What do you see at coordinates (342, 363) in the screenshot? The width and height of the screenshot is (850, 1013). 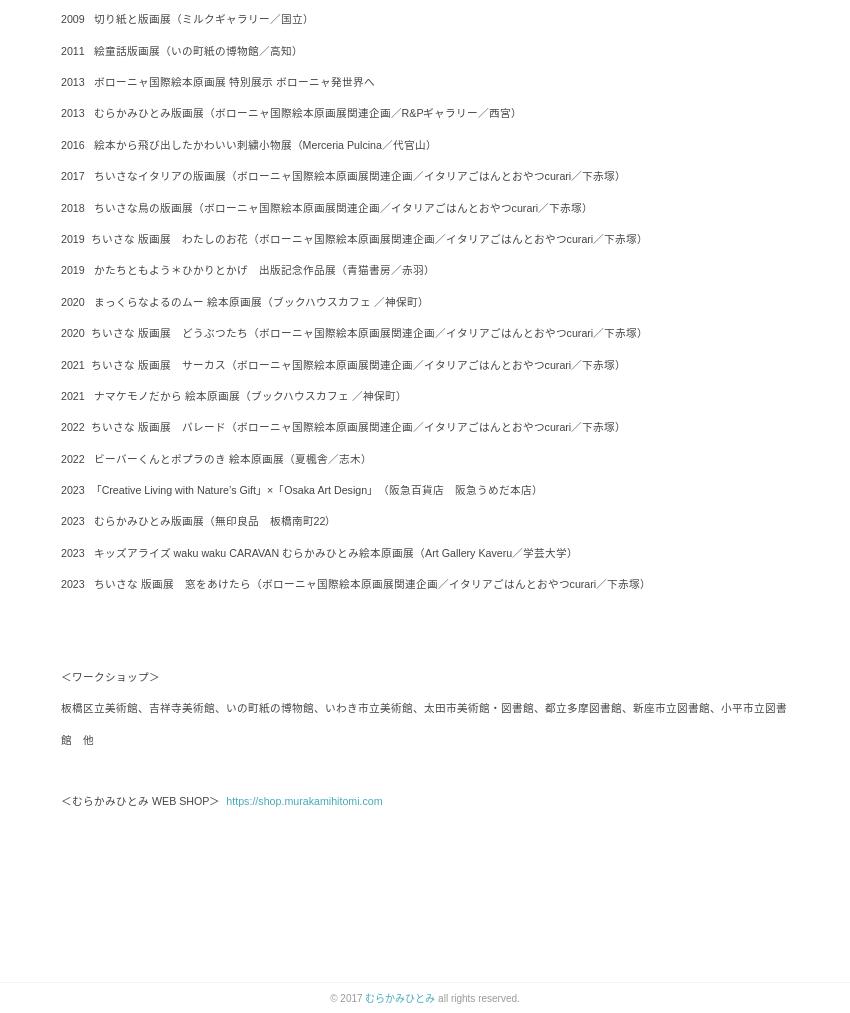 I see `'2021  ちいさな 版画展　サーカス（ボローニャ国際絵本原画展関連企画／イタリアごはんとおやつcurari／下赤塚）'` at bounding box center [342, 363].